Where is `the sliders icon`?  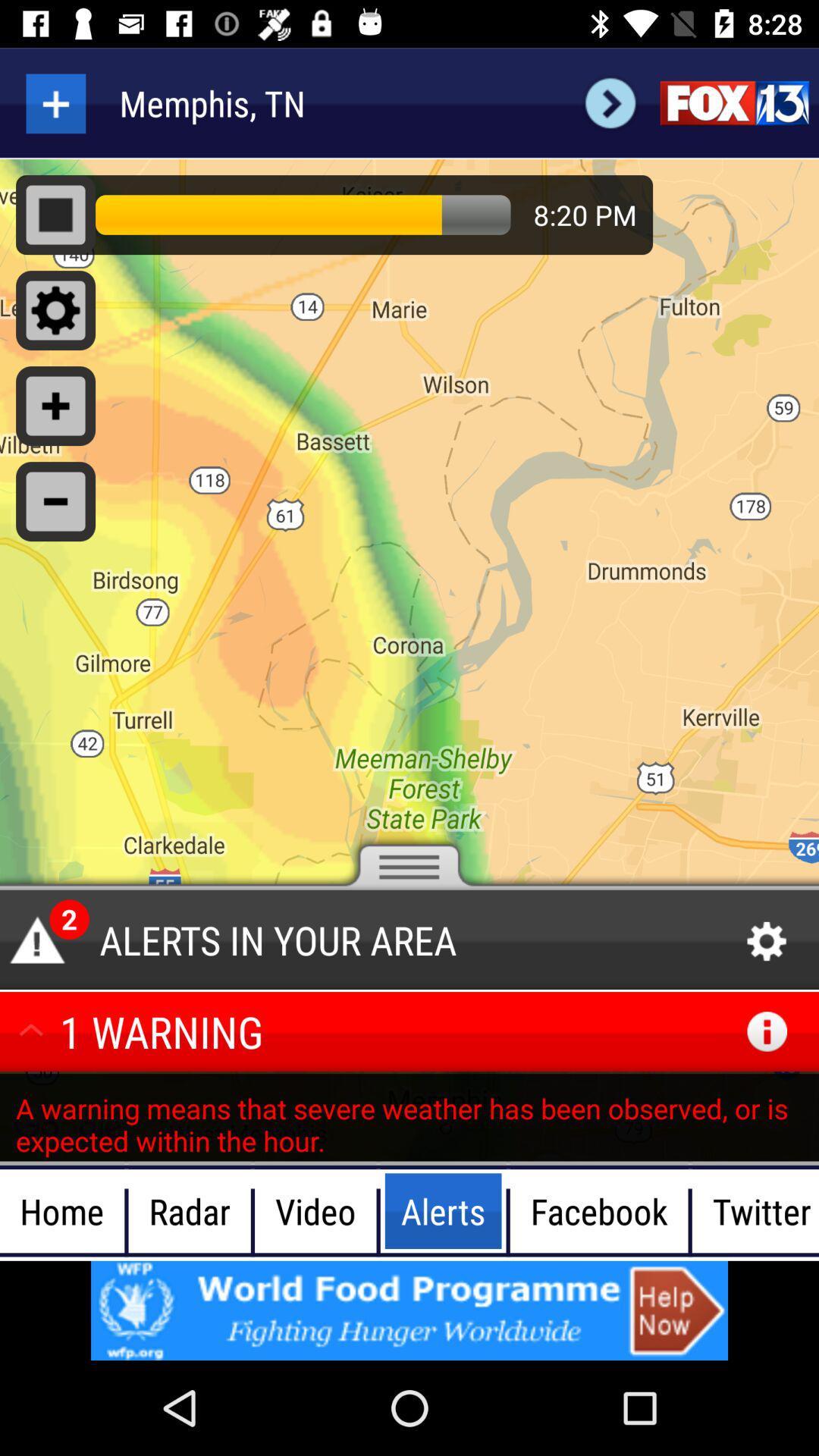
the sliders icon is located at coordinates (733, 102).